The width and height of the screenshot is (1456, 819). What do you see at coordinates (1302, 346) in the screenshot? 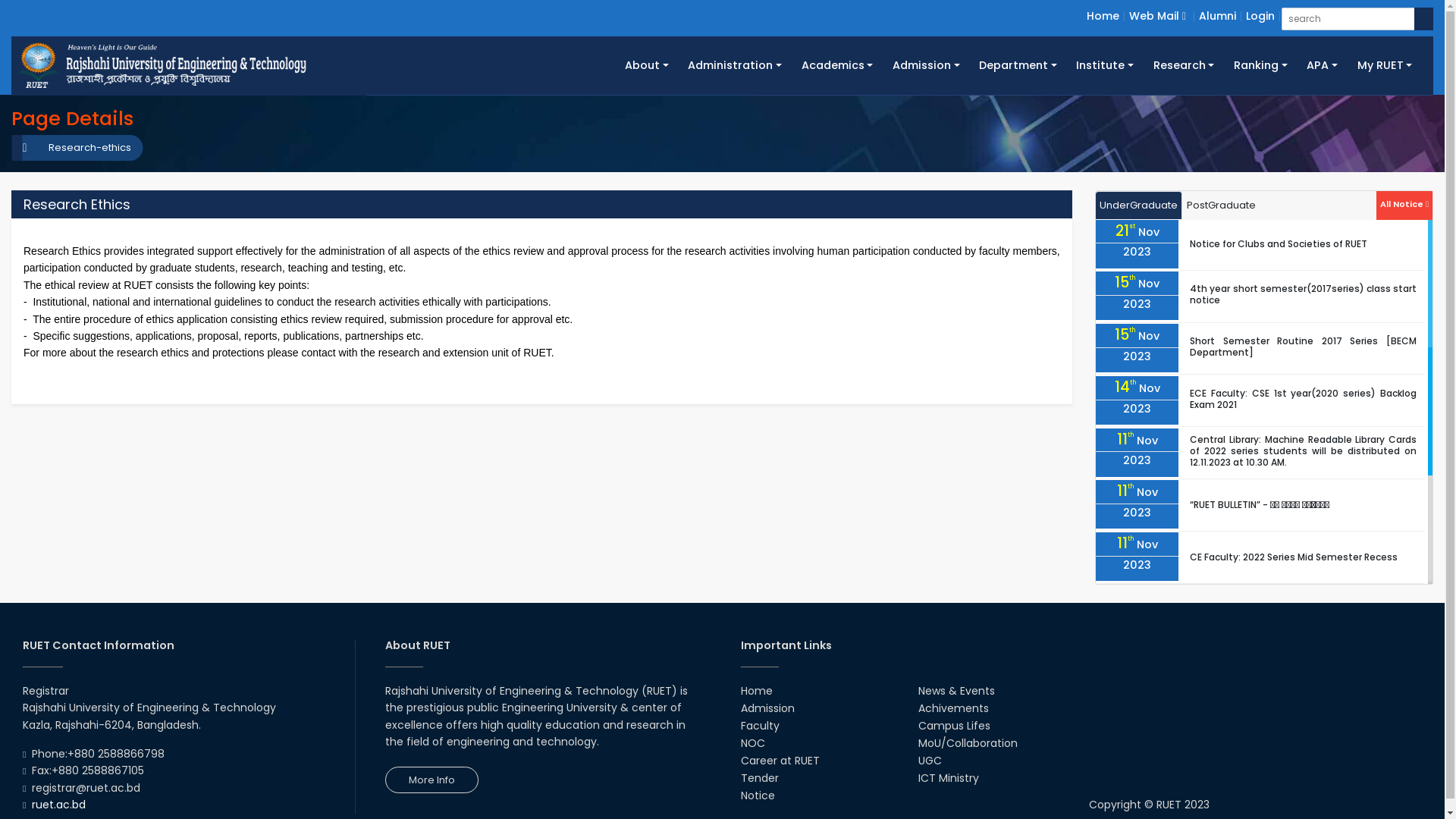
I see `'Short Semester Routine 2017 Series [BECM Department]'` at bounding box center [1302, 346].